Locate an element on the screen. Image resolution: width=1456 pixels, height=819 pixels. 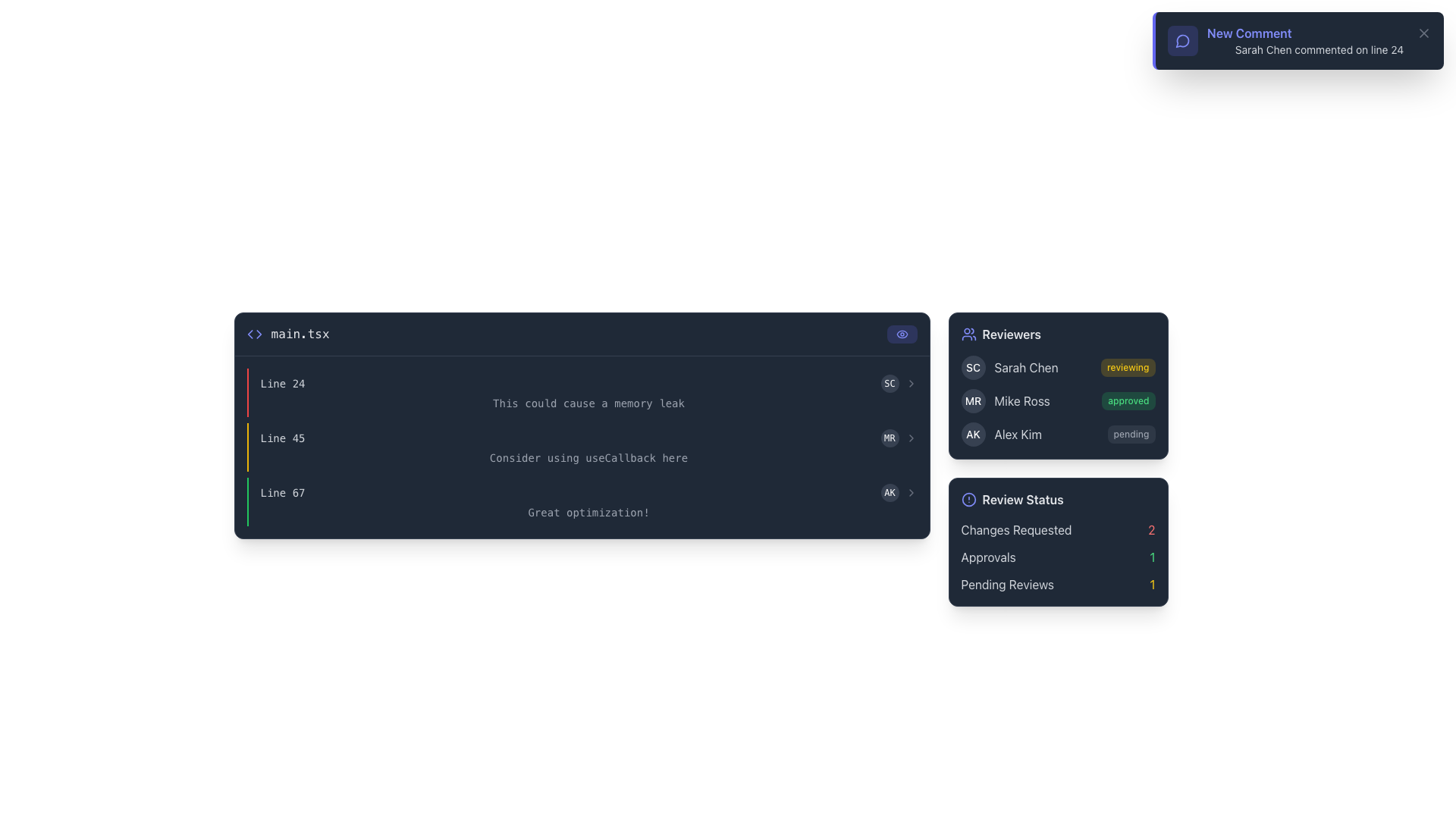
the Avatar (Badge) of the reviewer 'Mike Ross' located is located at coordinates (973, 400).